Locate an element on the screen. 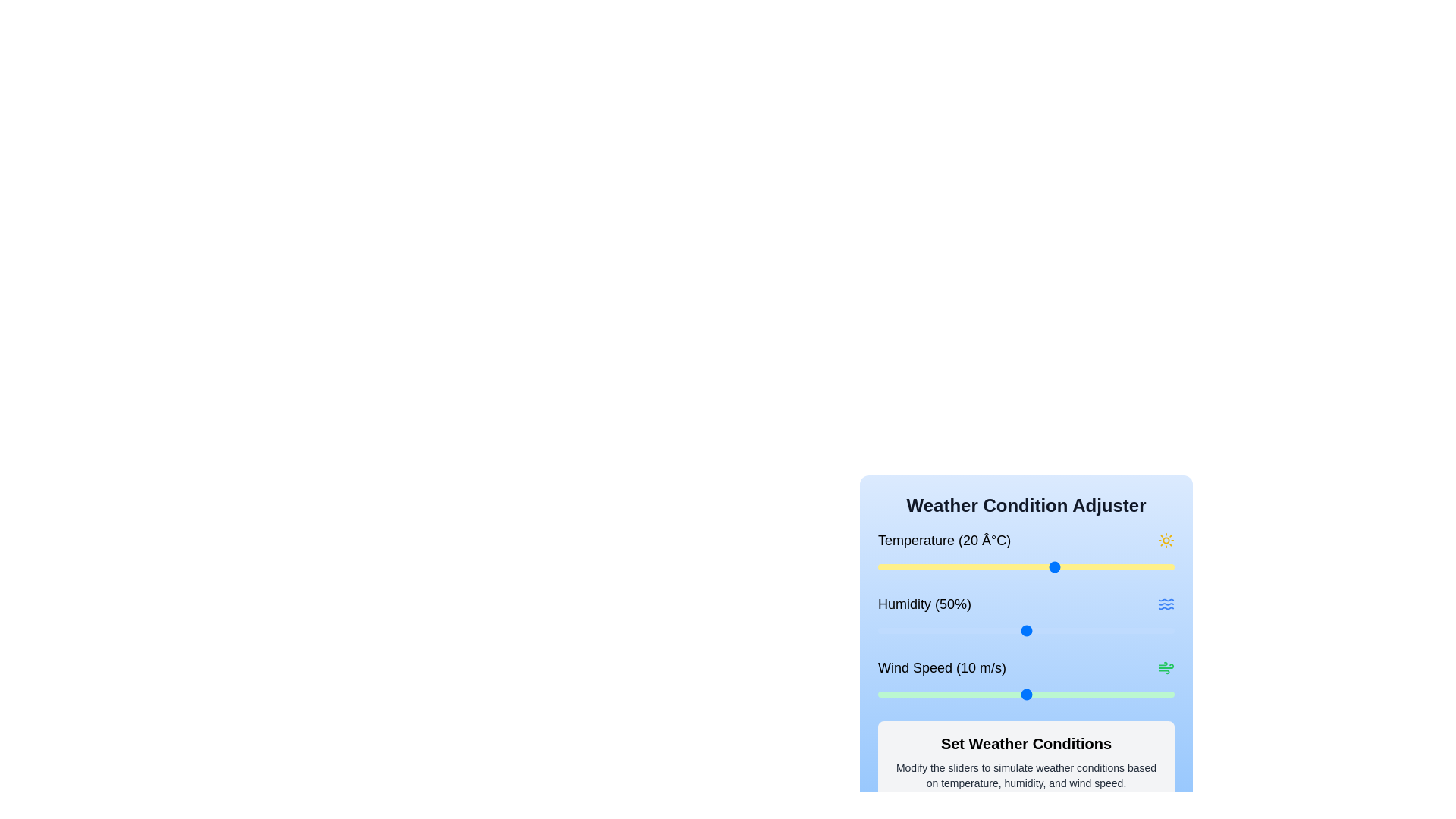 The height and width of the screenshot is (819, 1456). the temperature slider to set the temperature to 0 degrees Celsius is located at coordinates (937, 567).